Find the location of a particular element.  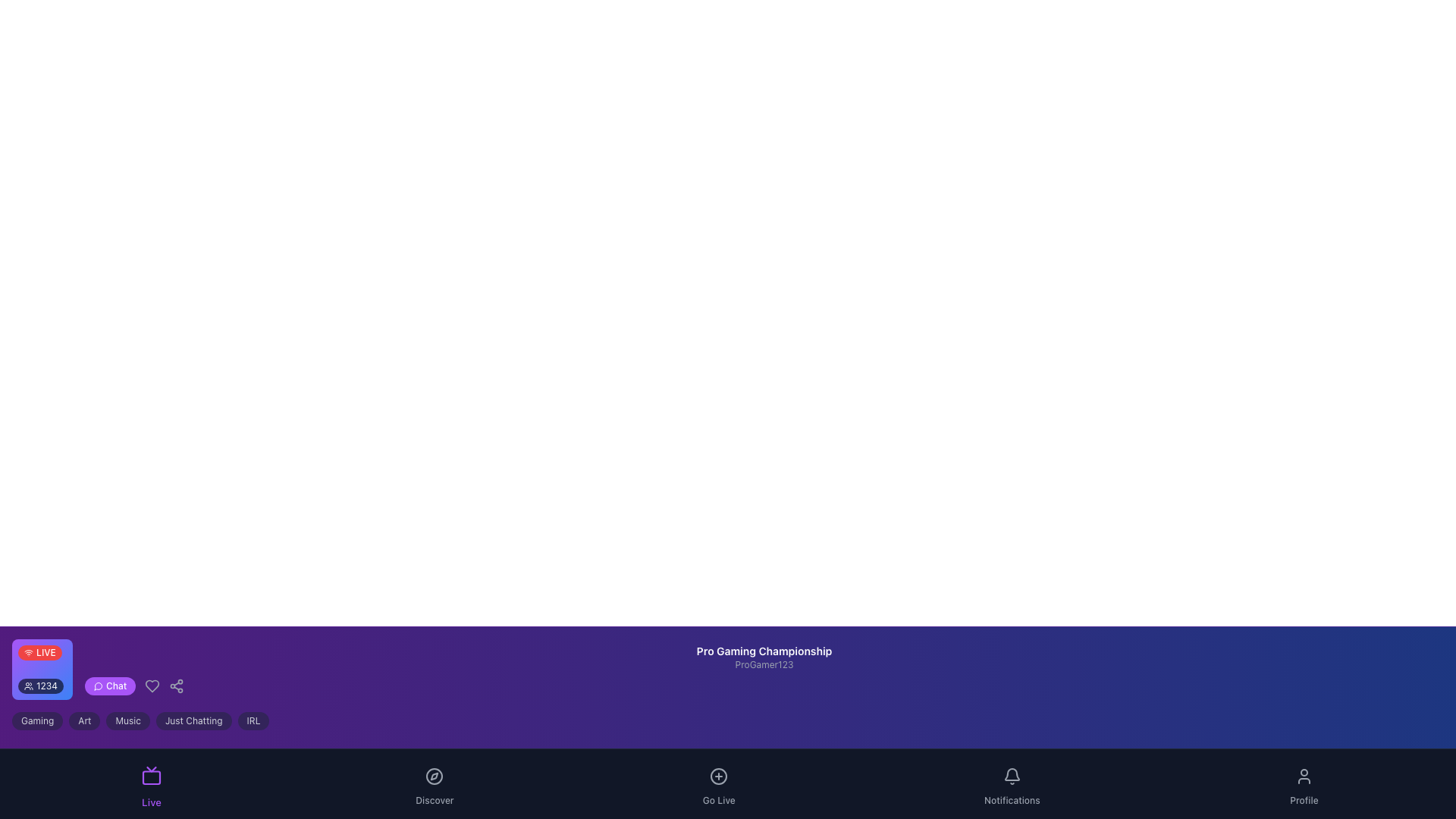

the bell-shaped notification icon located in the bottom navigation bar, positioned between the 'Go Live' icon and the 'Profile' icon is located at coordinates (1012, 774).